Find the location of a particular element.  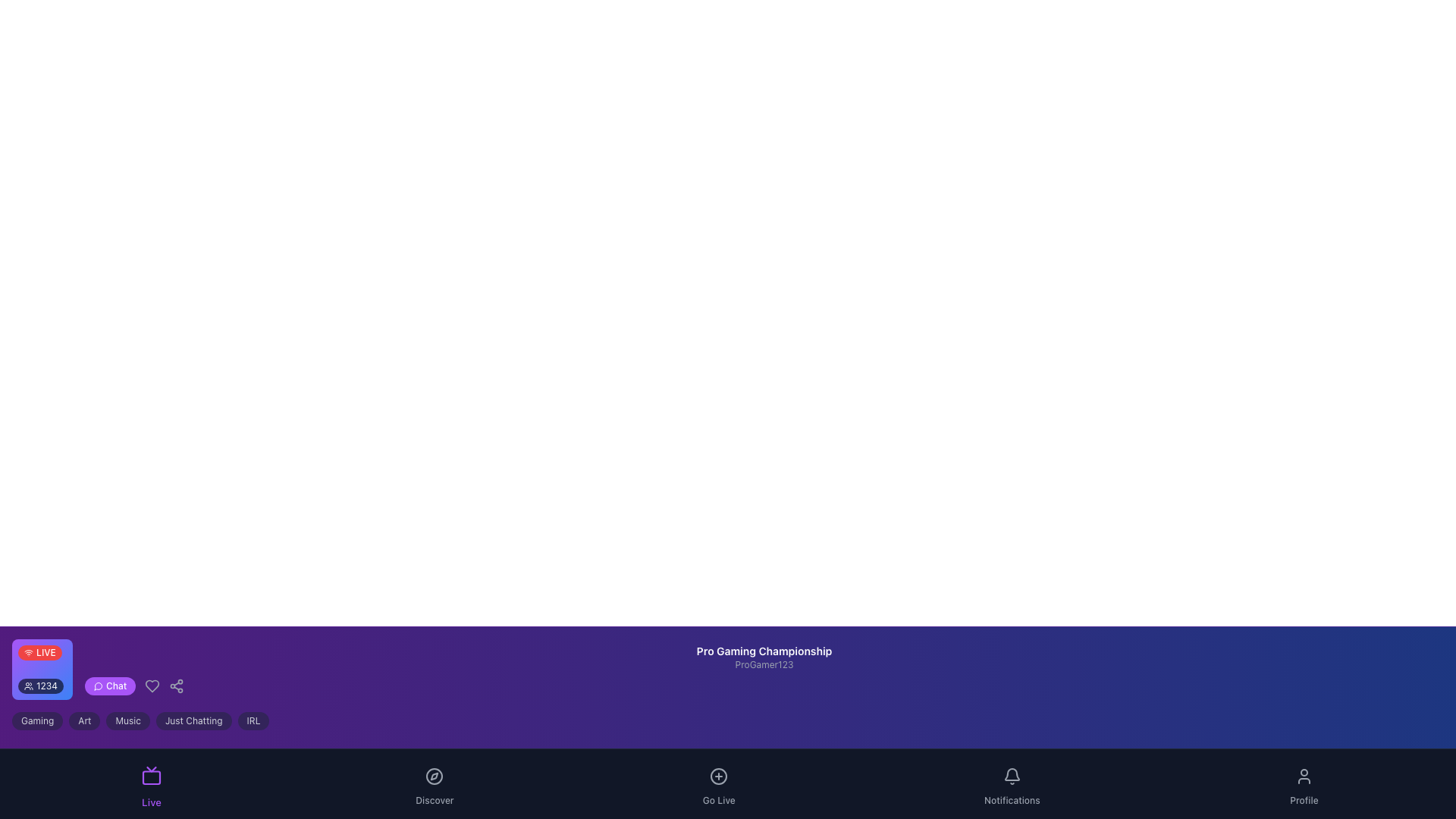

the bell-shaped notification icon located in the bottom navigation bar, positioned between the 'Go Live' icon and the 'Profile' icon is located at coordinates (1012, 774).